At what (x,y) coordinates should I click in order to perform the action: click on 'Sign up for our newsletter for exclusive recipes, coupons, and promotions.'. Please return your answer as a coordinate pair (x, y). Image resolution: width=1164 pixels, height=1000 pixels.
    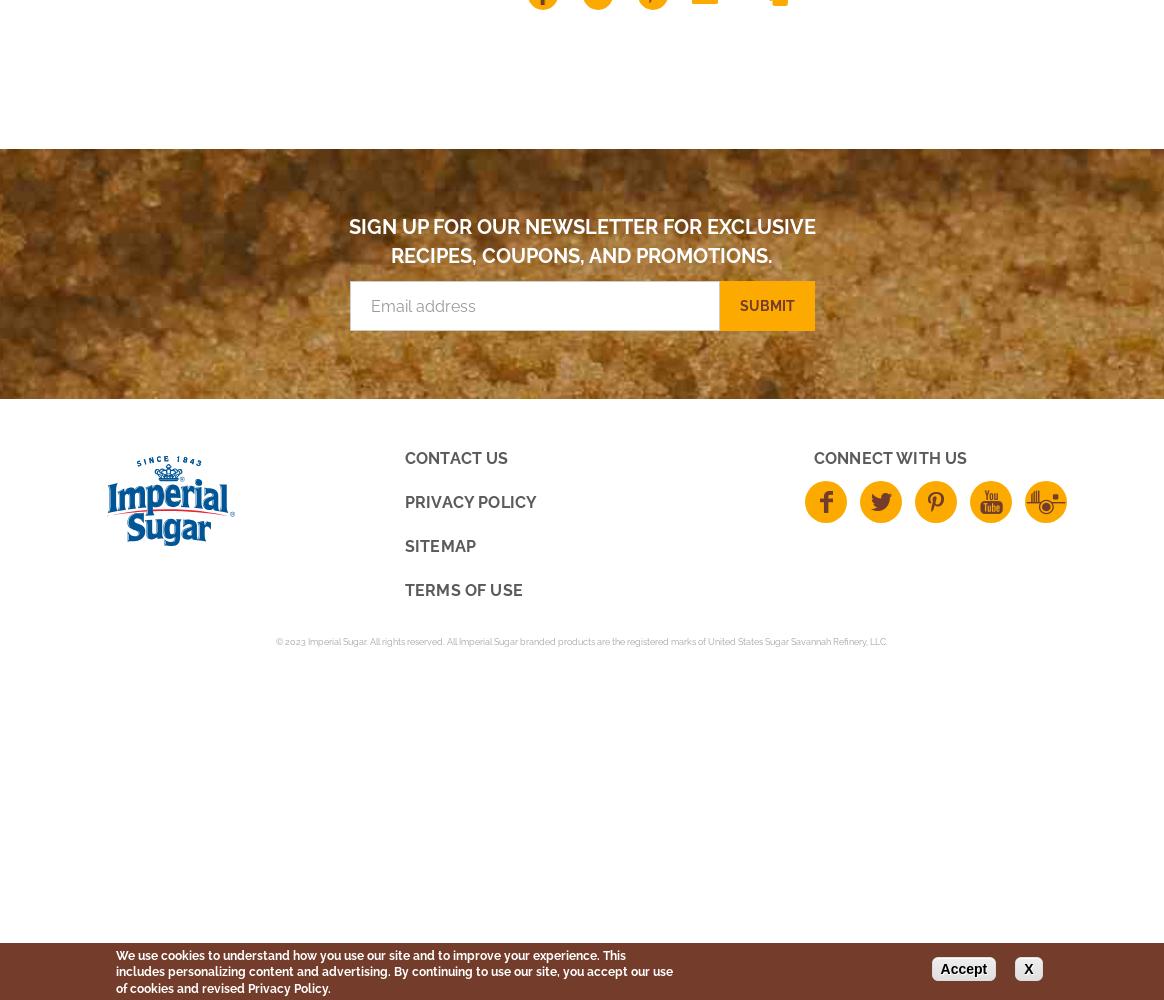
    Looking at the image, I should click on (580, 240).